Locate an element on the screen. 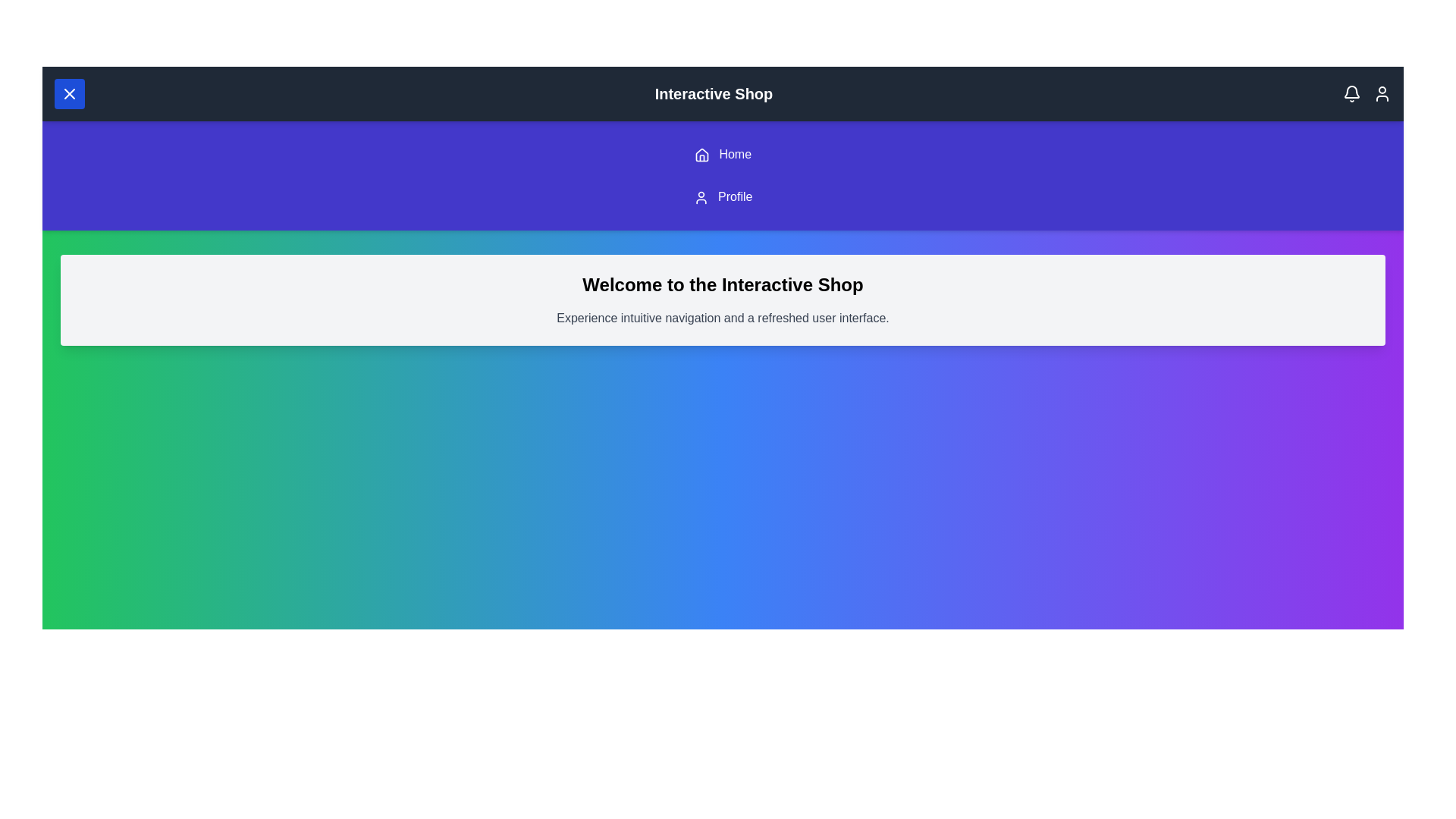  the main header text 'Interactive Shop' is located at coordinates (712, 93).